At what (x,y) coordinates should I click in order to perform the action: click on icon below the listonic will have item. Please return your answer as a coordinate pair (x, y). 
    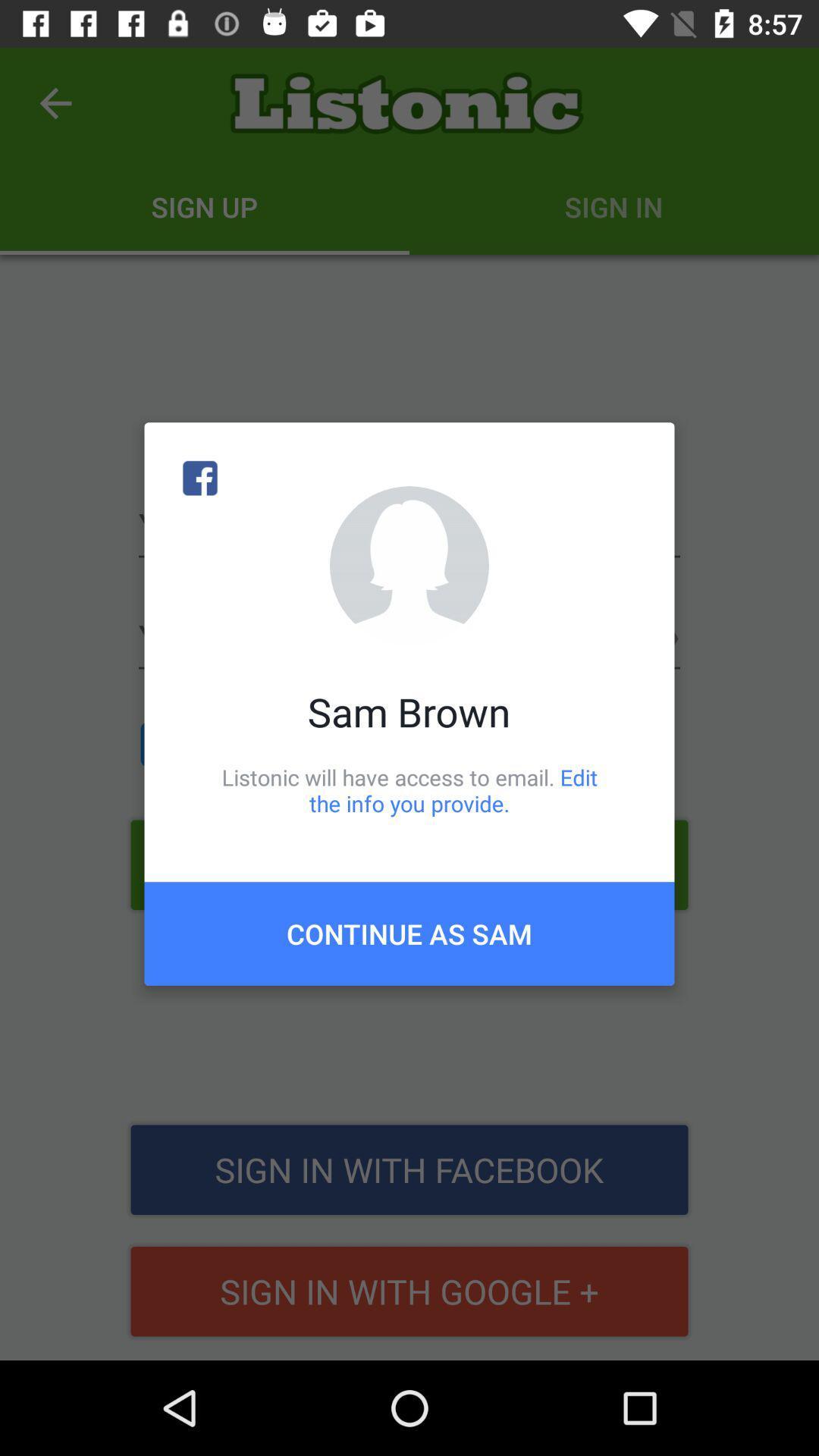
    Looking at the image, I should click on (409, 933).